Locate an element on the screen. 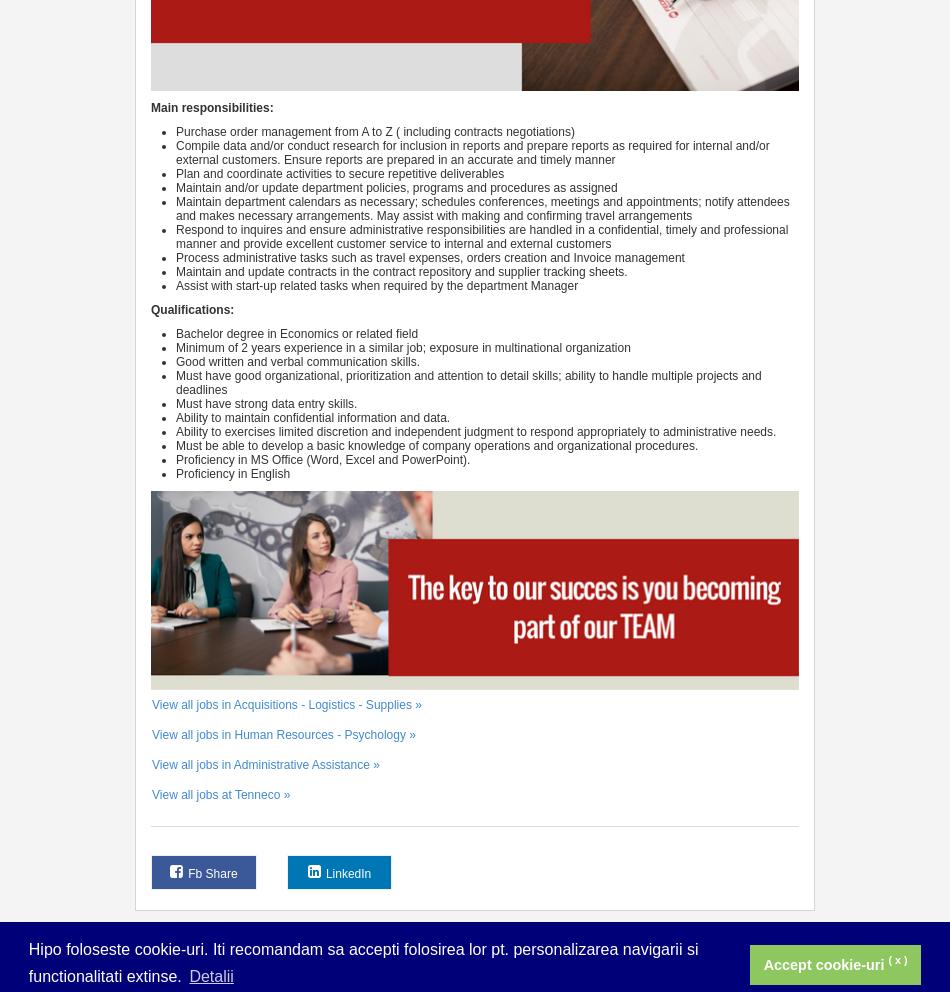 The height and width of the screenshot is (992, 950). 'Compile data and/or conduct research for inclusion in reports and prepare reports as required for internal and/or external customers. Ensure reports are prepared in an accurate and timely manner' is located at coordinates (471, 151).